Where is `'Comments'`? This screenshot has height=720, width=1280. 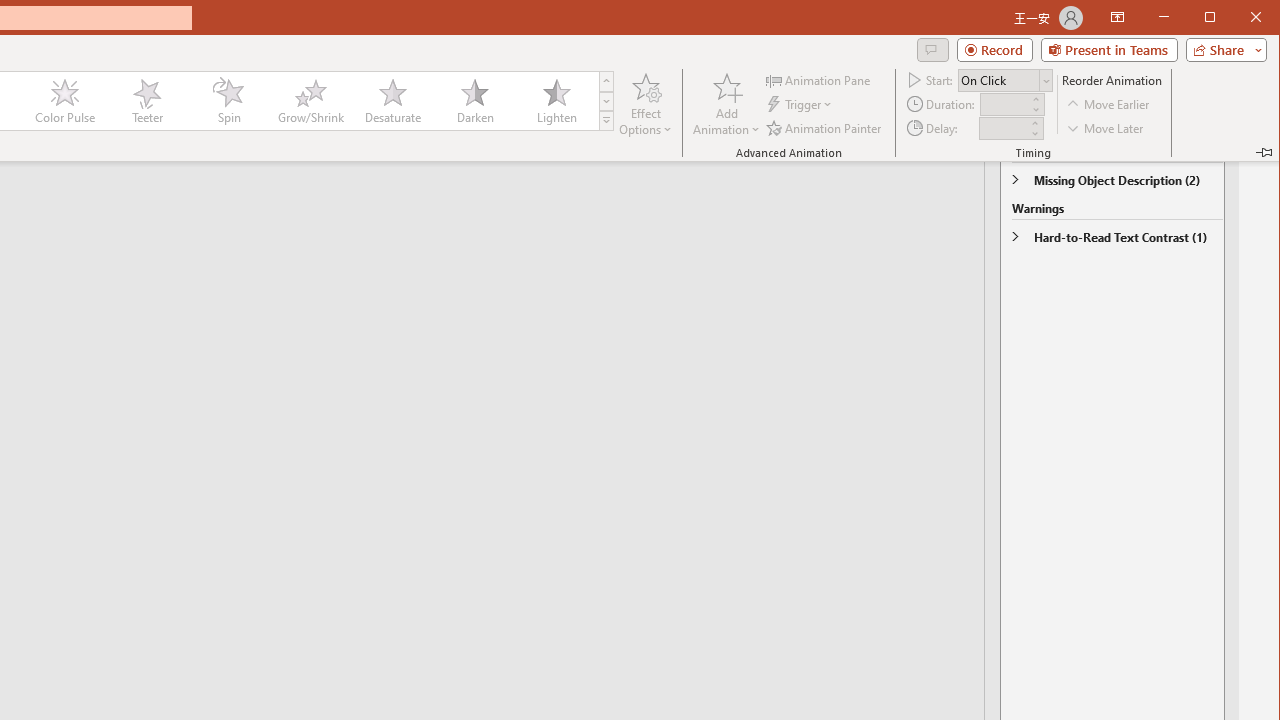
'Comments' is located at coordinates (931, 49).